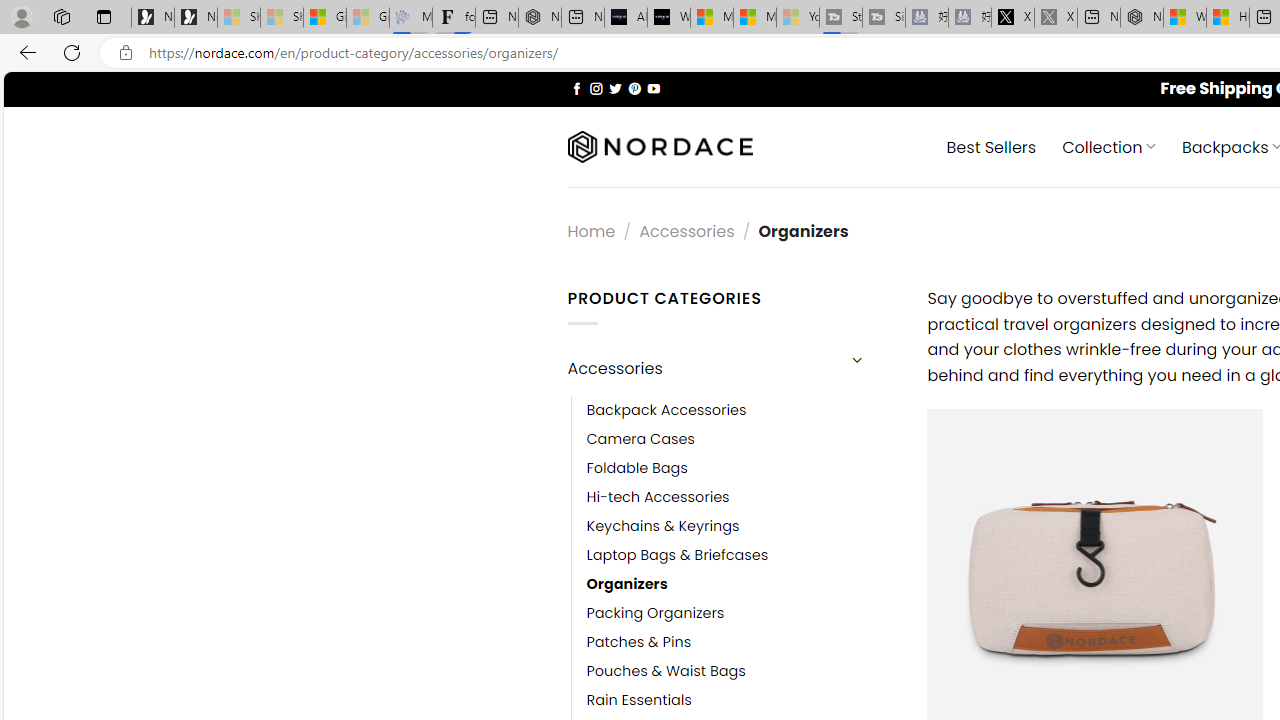  Describe the element at coordinates (657, 495) in the screenshot. I see `'Hi-tech Accessories'` at that location.